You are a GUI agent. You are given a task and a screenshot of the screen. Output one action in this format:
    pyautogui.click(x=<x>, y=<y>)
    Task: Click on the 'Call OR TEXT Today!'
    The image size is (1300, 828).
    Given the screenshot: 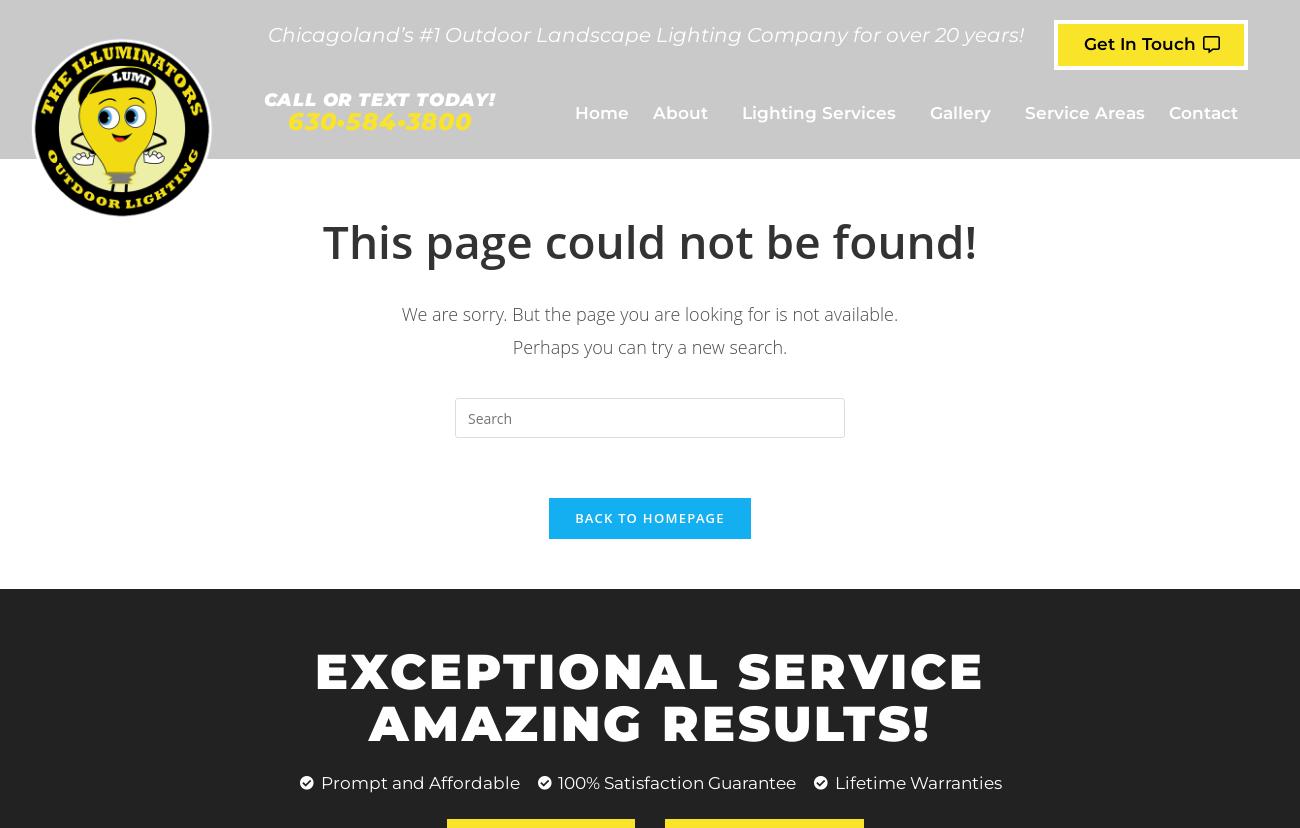 What is the action you would take?
    pyautogui.click(x=377, y=100)
    